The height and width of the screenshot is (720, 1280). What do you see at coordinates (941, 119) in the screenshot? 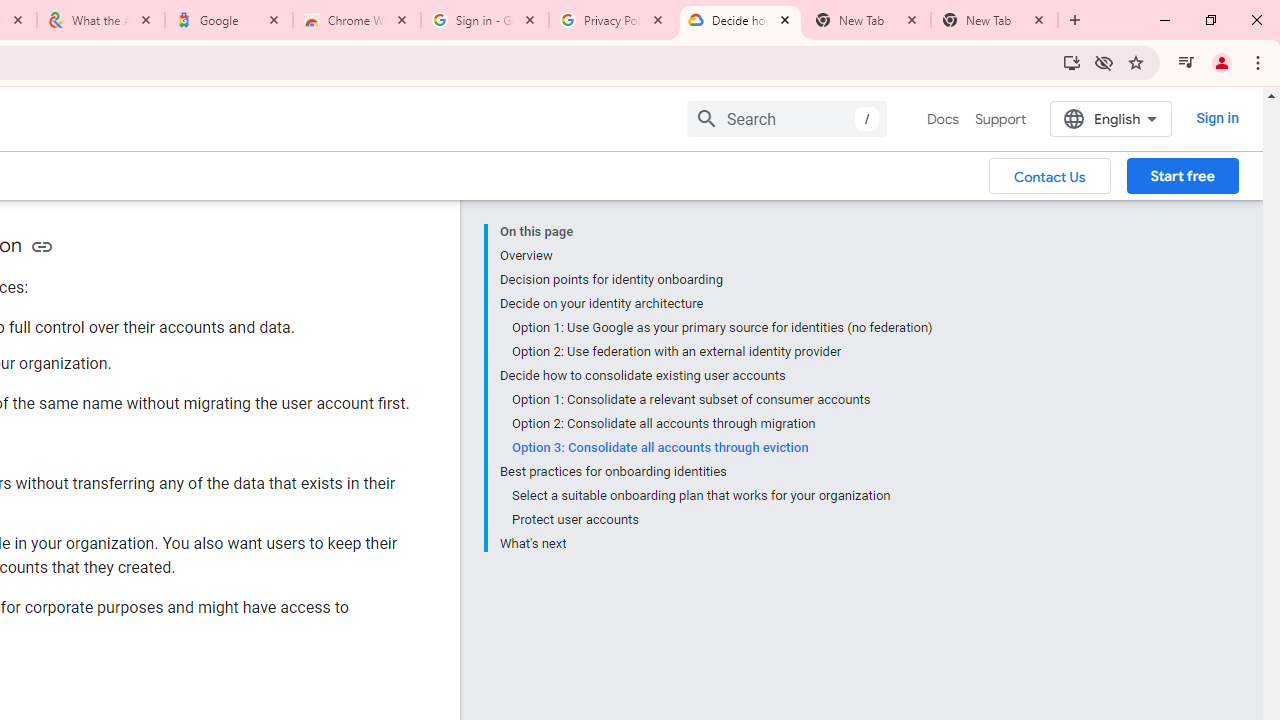
I see `'Docs, selected'` at bounding box center [941, 119].